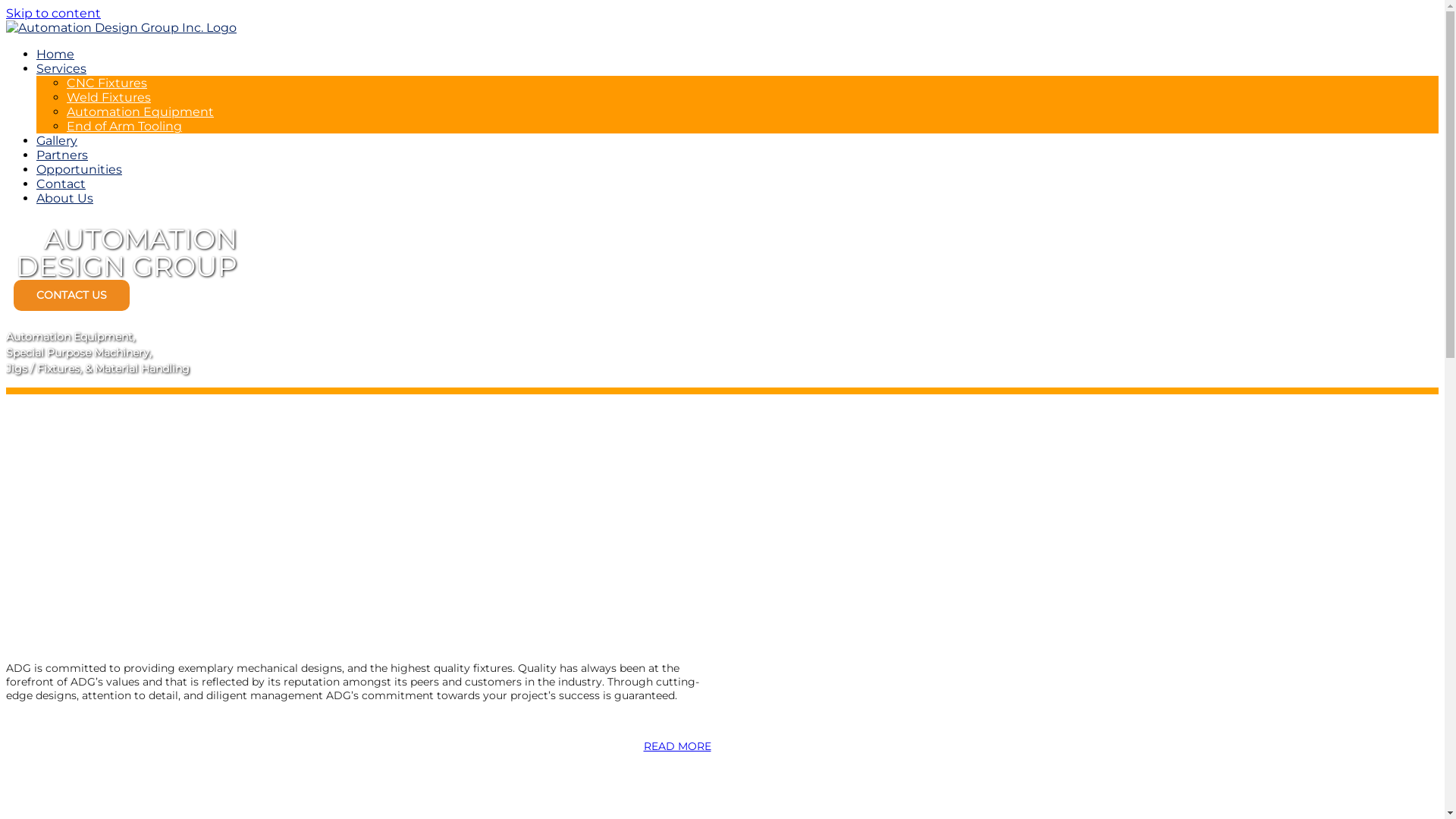  I want to click on 'Home', so click(55, 53).